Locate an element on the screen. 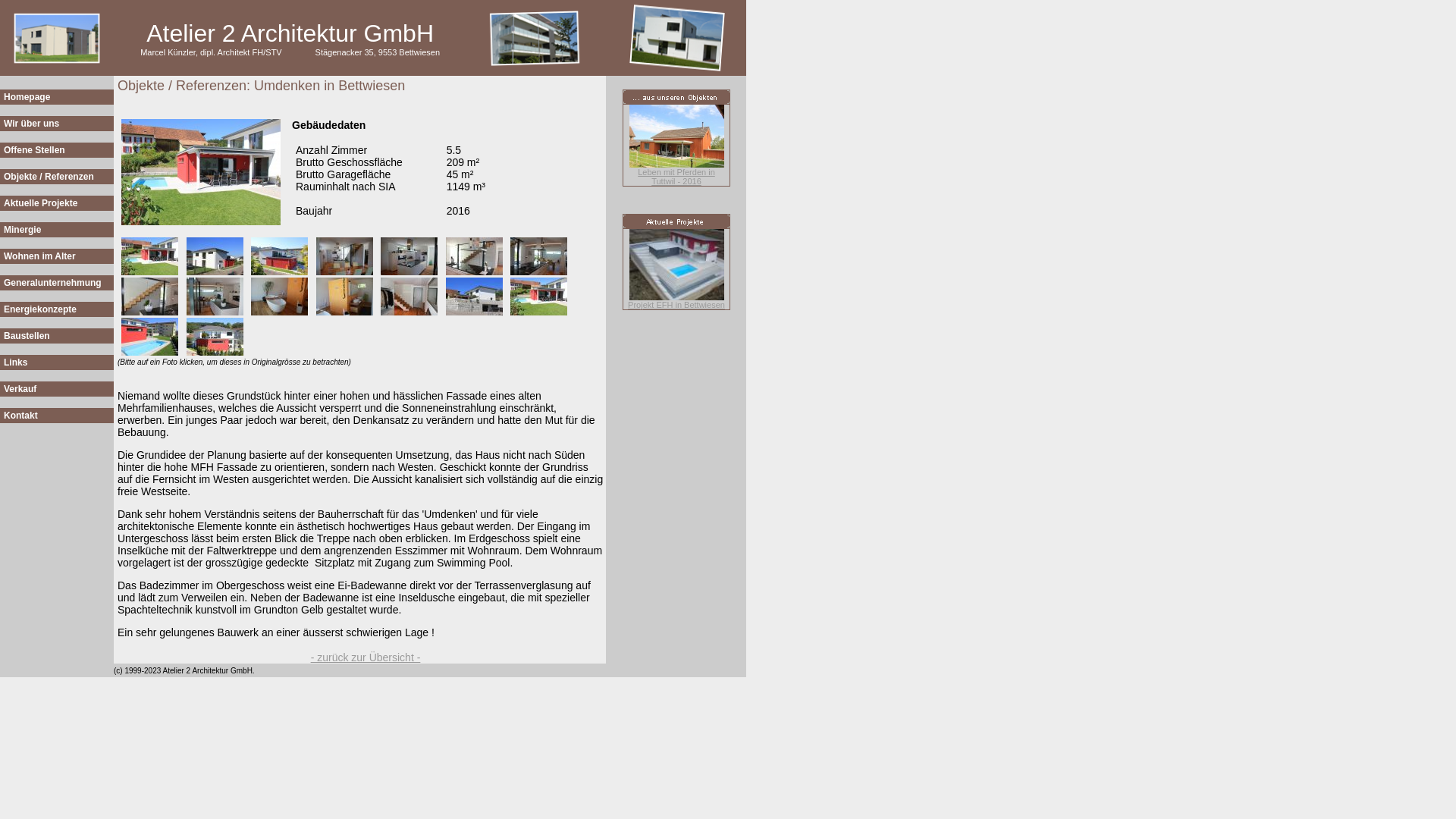 This screenshot has height=819, width=1456. 'Wohnen im Alter' is located at coordinates (3, 256).